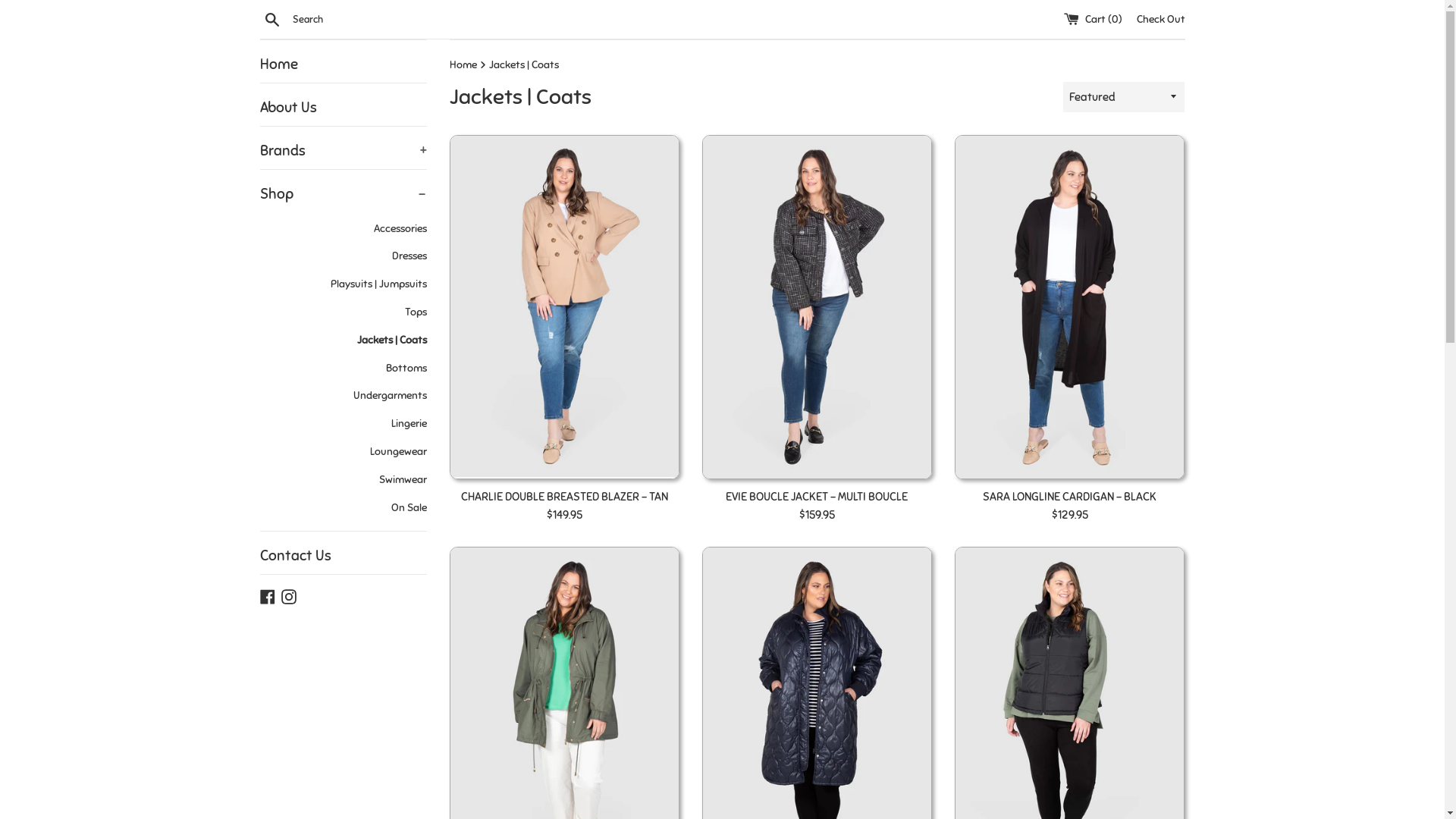 This screenshot has width=1456, height=819. Describe the element at coordinates (341, 312) in the screenshot. I see `'Tops'` at that location.